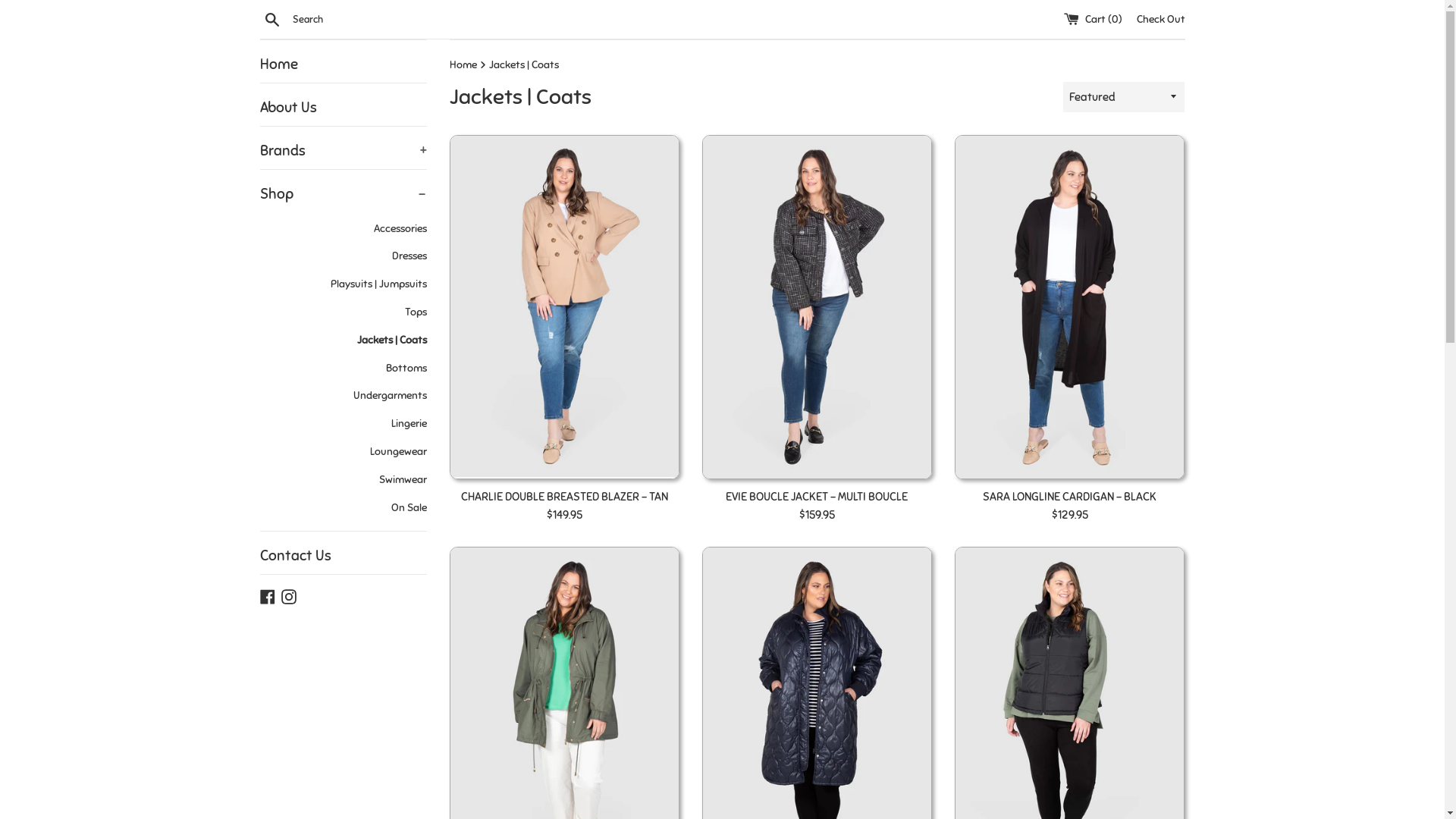 This screenshot has width=1456, height=819. Describe the element at coordinates (341, 312) in the screenshot. I see `'Tops'` at that location.